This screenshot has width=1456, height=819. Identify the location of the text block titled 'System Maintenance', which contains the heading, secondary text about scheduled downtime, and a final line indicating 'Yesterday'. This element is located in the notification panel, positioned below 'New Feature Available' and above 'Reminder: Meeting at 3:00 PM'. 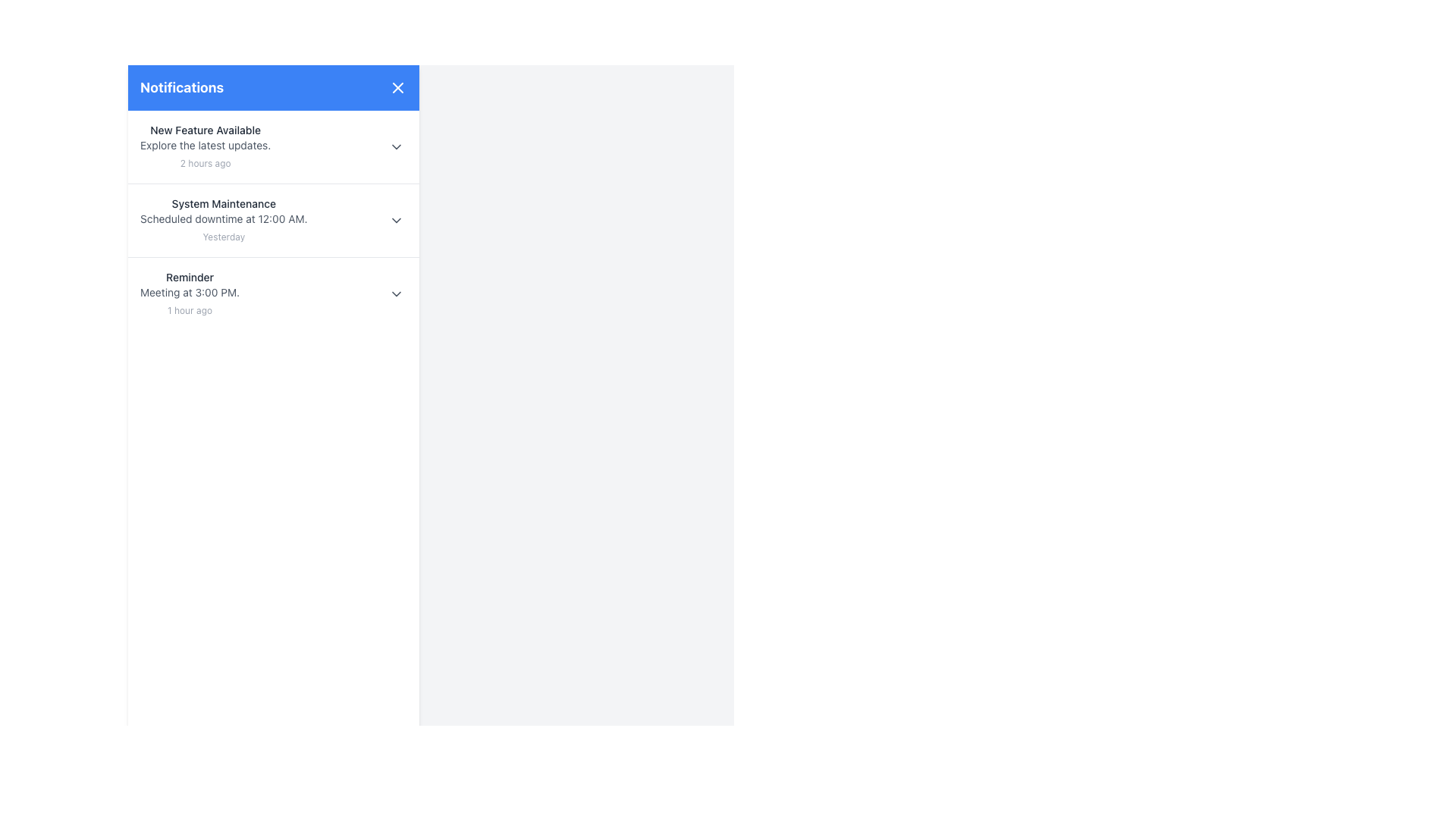
(223, 220).